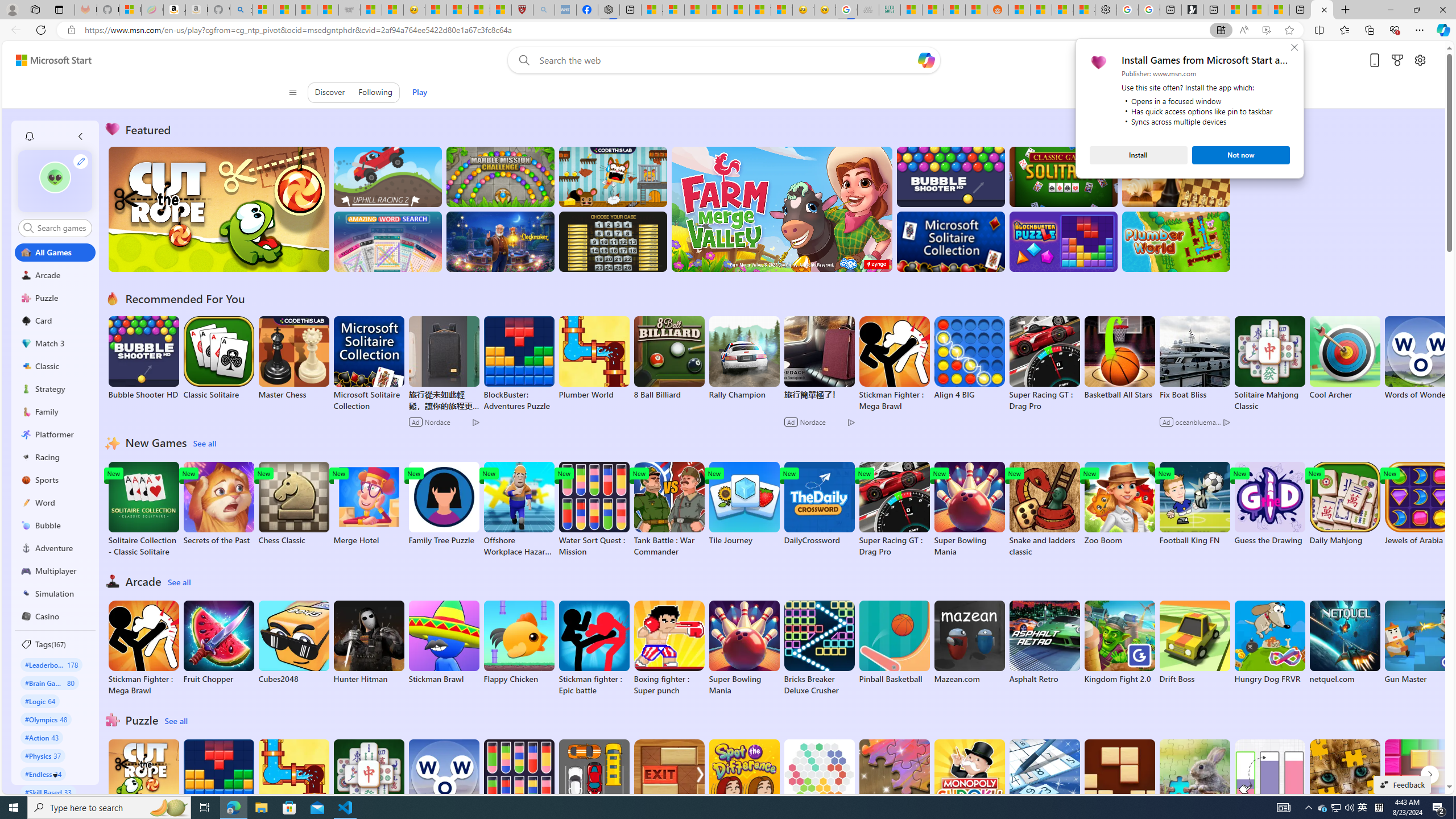  Describe the element at coordinates (1044, 510) in the screenshot. I see `'Snake and ladders classic'` at that location.